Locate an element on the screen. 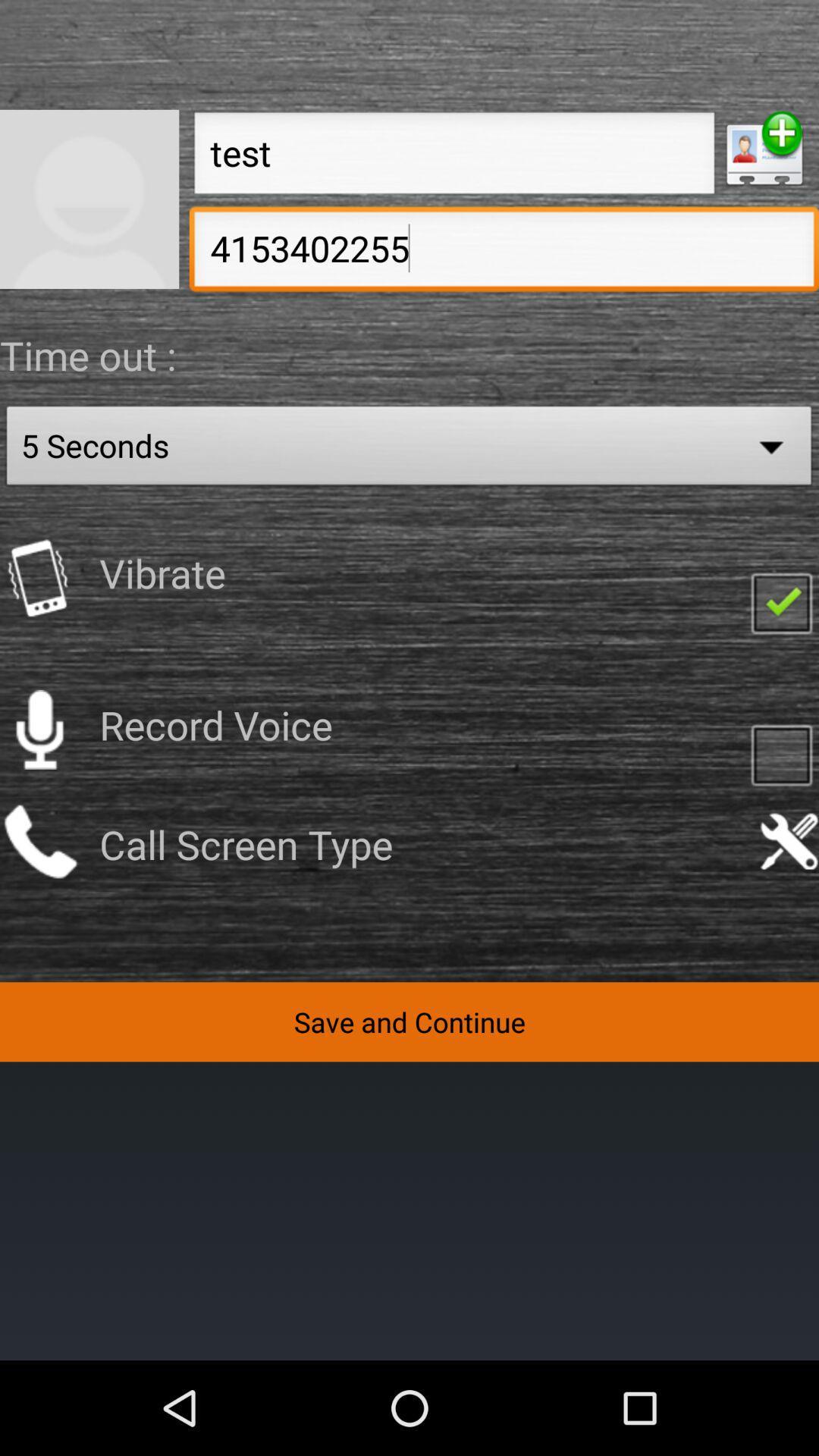 The width and height of the screenshot is (819, 1456). change profile picture is located at coordinates (89, 198).